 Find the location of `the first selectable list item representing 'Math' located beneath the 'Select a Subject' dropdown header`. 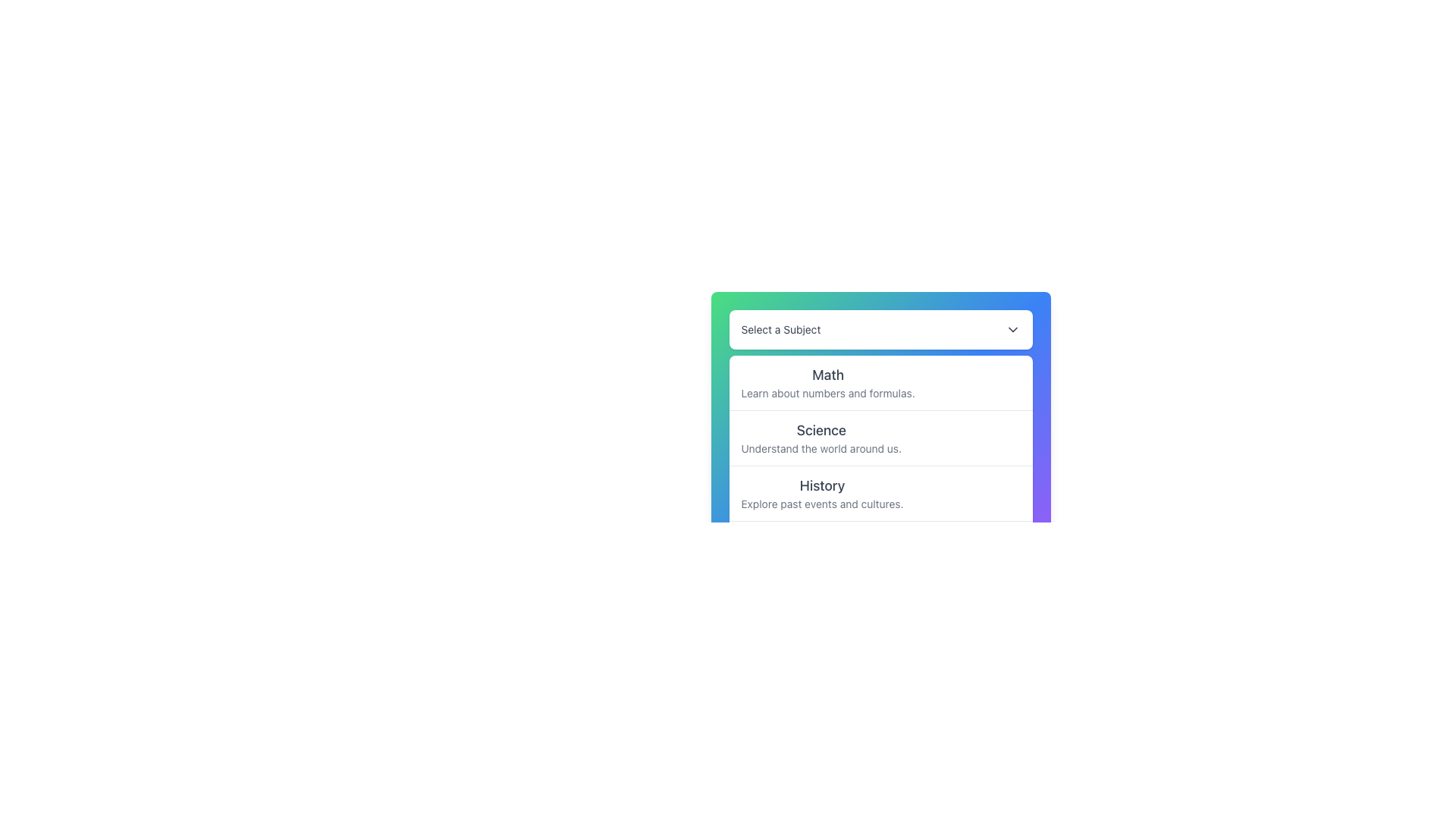

the first selectable list item representing 'Math' located beneath the 'Select a Subject' dropdown header is located at coordinates (827, 382).